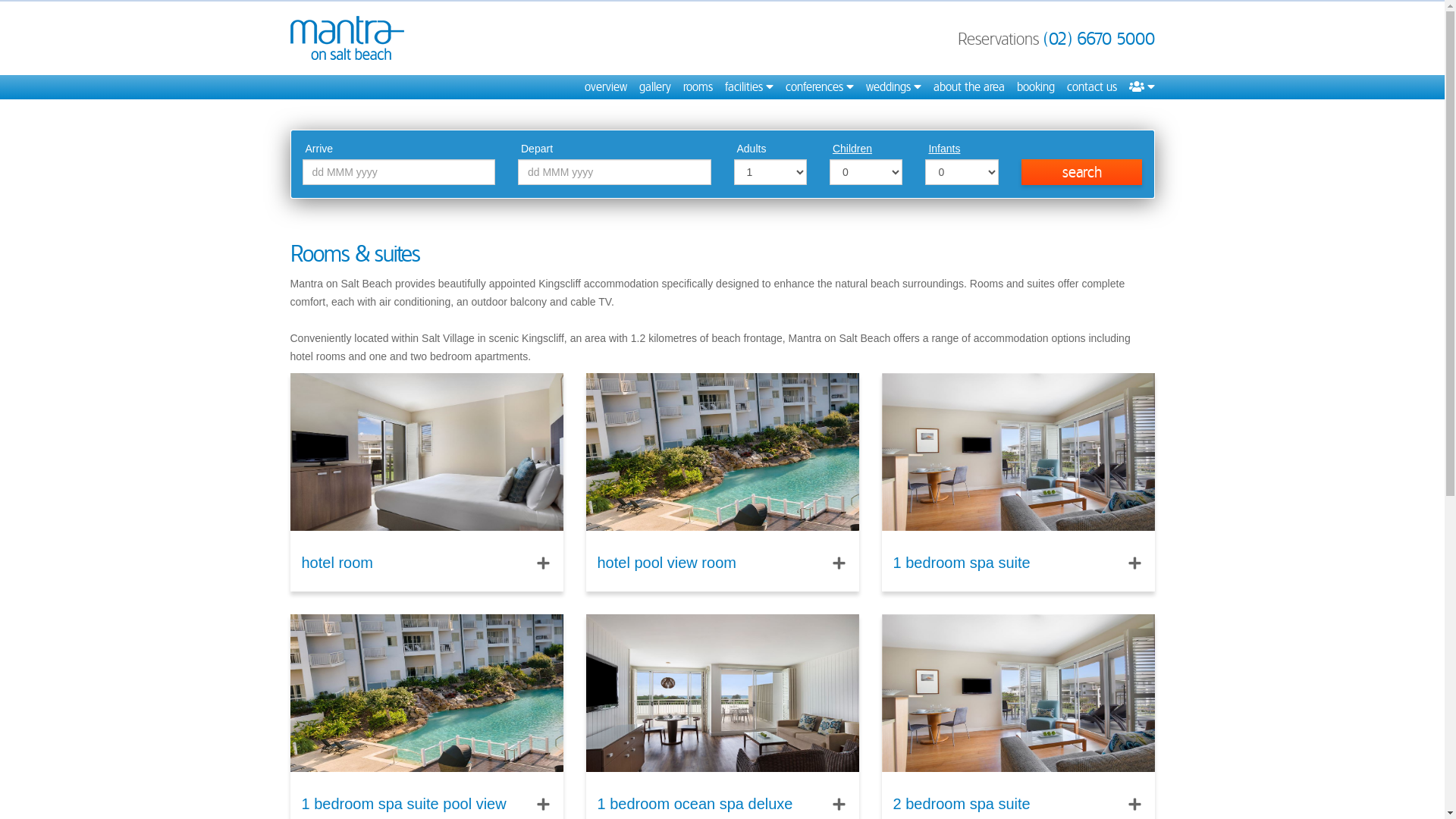 This screenshot has height=819, width=1456. What do you see at coordinates (967, 87) in the screenshot?
I see `'about the area'` at bounding box center [967, 87].